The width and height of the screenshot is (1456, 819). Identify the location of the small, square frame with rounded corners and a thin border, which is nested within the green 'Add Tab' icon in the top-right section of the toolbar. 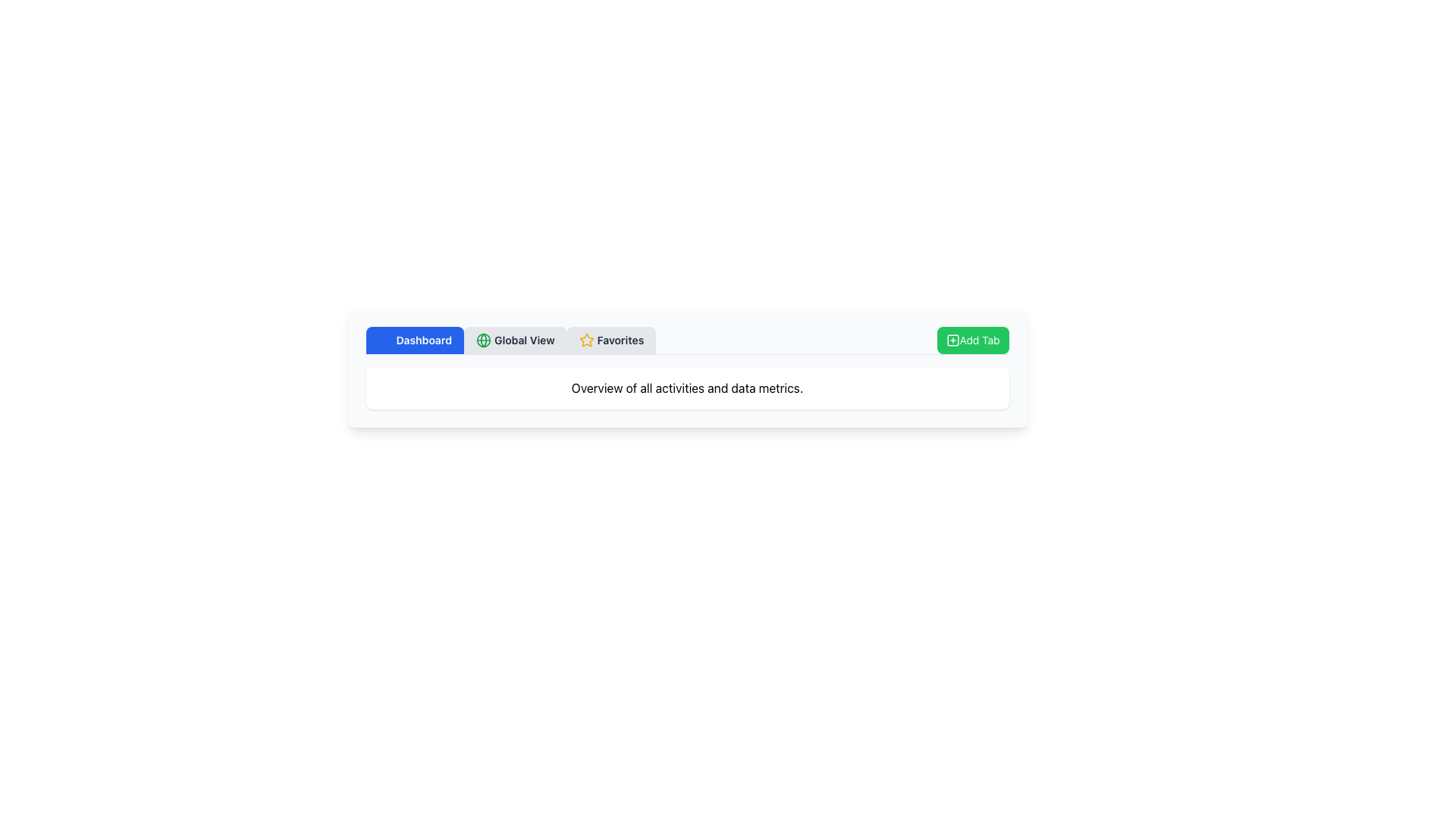
(952, 339).